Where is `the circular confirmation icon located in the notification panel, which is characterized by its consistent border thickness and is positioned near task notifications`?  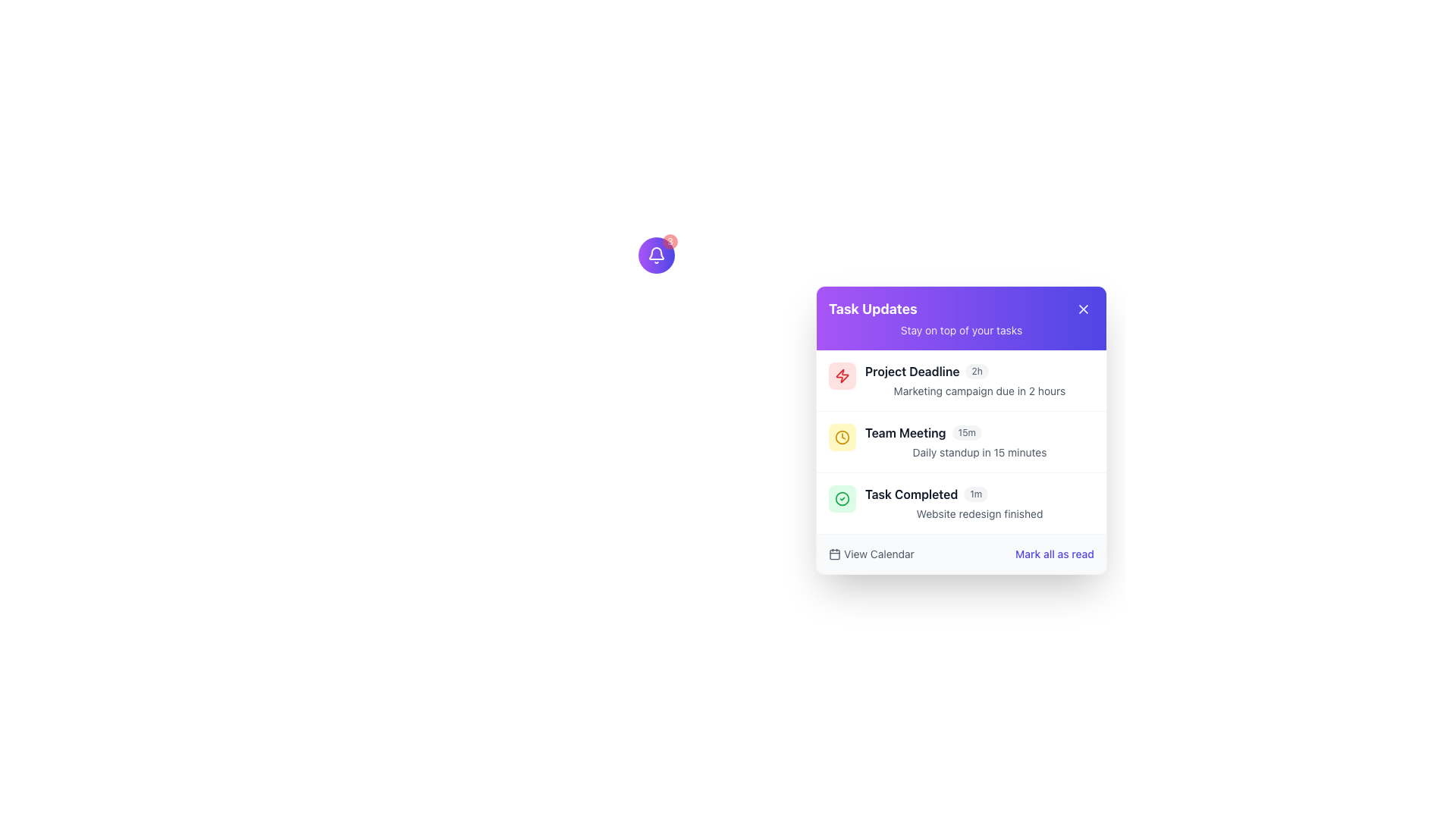 the circular confirmation icon located in the notification panel, which is characterized by its consistent border thickness and is positioned near task notifications is located at coordinates (841, 499).